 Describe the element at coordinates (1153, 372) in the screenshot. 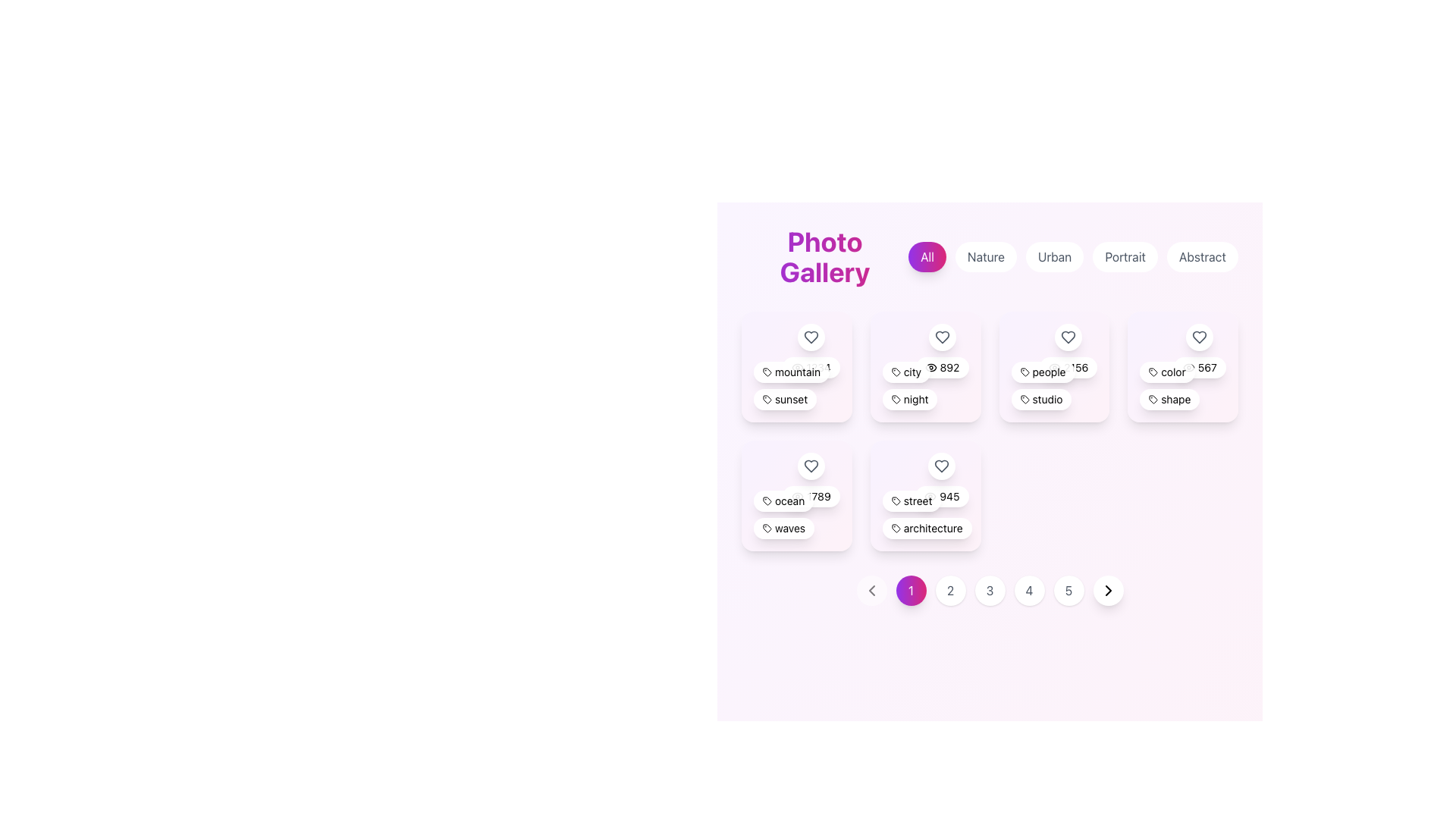

I see `the 'color' button which contains a small tag-shaped icon with a white background and black outline, positioned within a grid of similar items` at that location.